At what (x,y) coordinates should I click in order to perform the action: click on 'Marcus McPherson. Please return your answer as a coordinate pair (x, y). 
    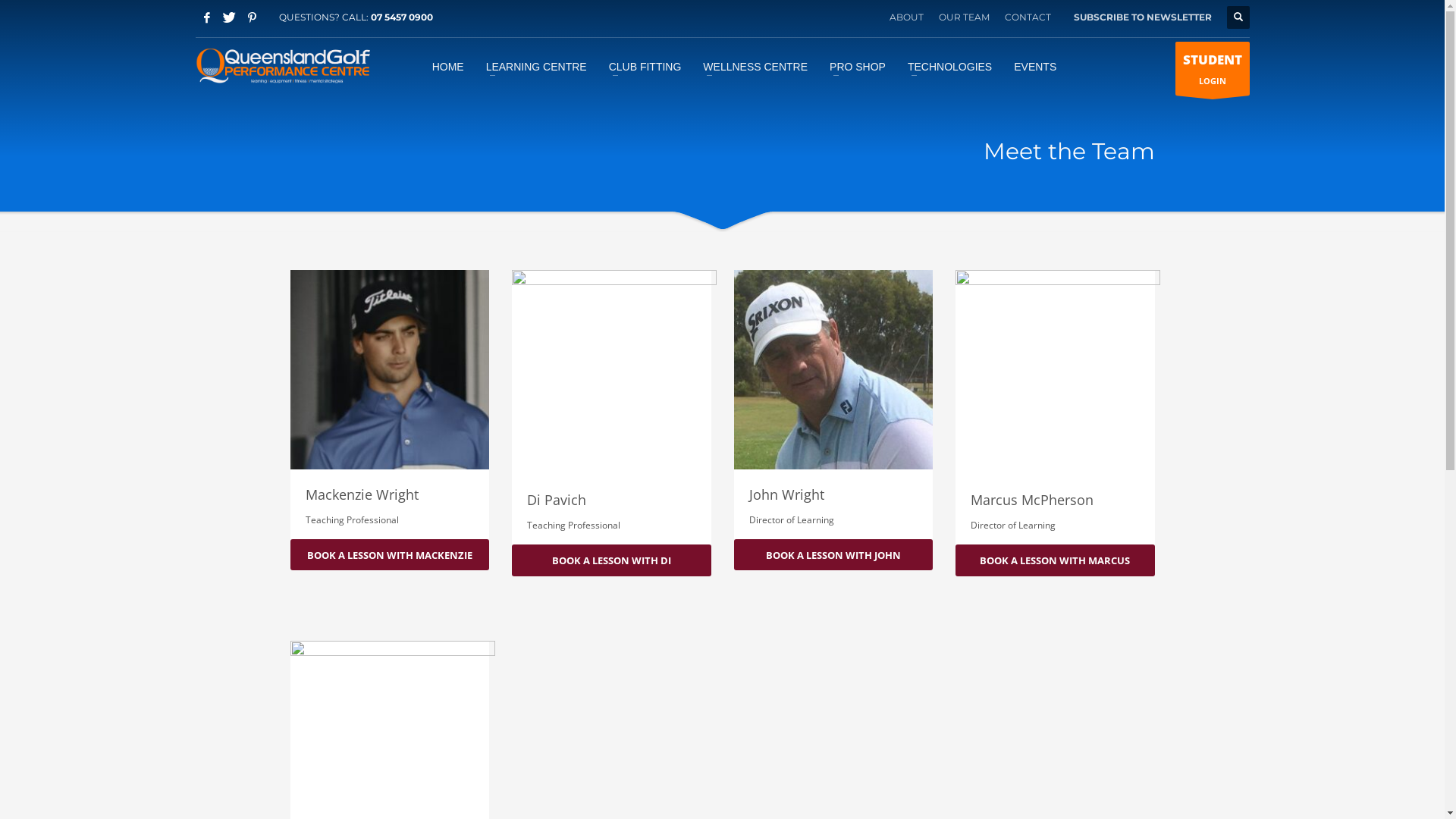
    Looking at the image, I should click on (1054, 406).